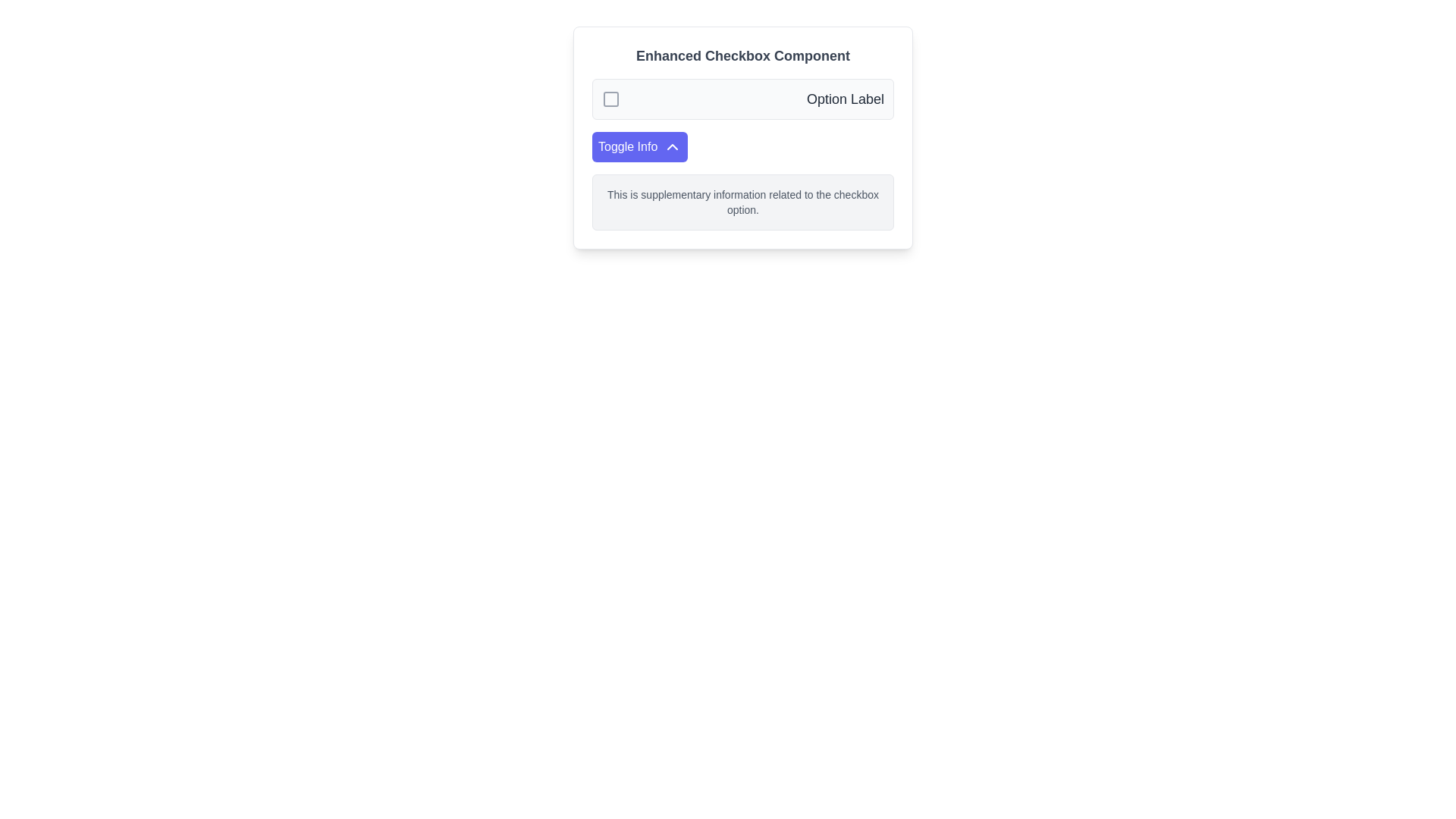  Describe the element at coordinates (672, 146) in the screenshot. I see `the blue button labeled 'Toggle Info' that contains the upward-pointing chevron icon on its right side` at that location.